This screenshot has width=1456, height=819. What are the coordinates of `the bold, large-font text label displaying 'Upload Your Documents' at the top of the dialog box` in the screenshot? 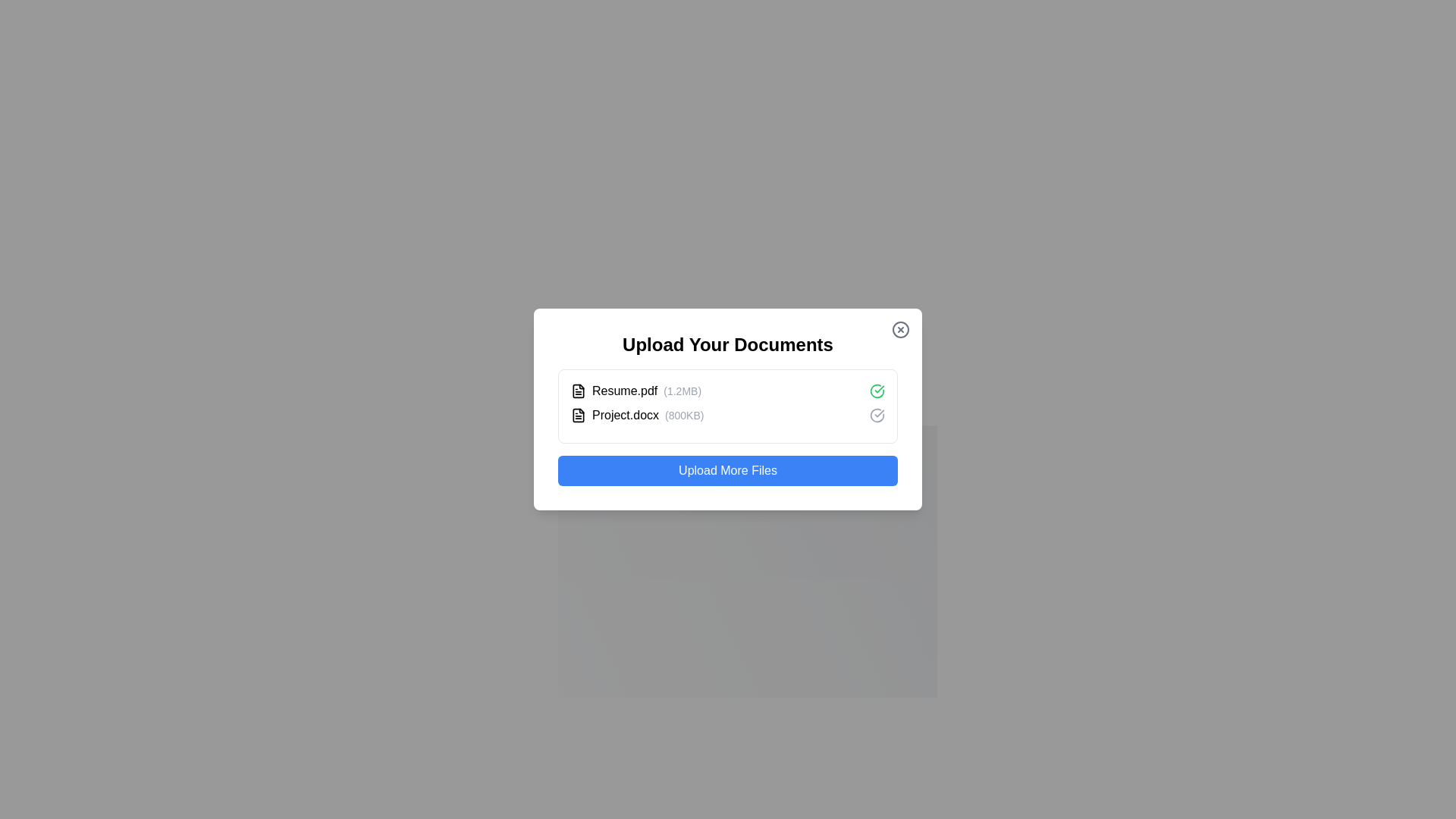 It's located at (728, 345).